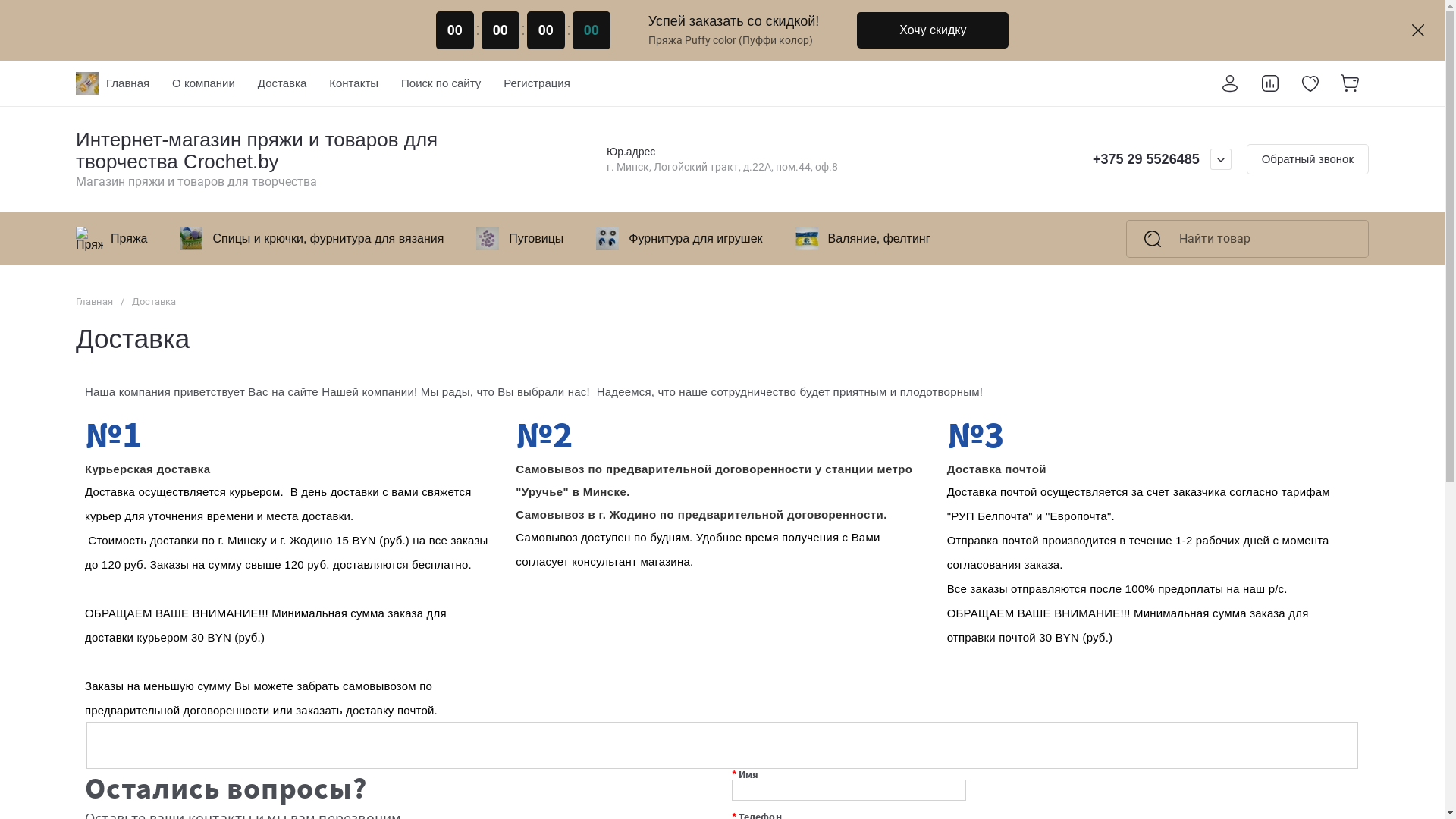 The width and height of the screenshot is (1456, 819). I want to click on '+375 29 5526485', so click(1146, 158).